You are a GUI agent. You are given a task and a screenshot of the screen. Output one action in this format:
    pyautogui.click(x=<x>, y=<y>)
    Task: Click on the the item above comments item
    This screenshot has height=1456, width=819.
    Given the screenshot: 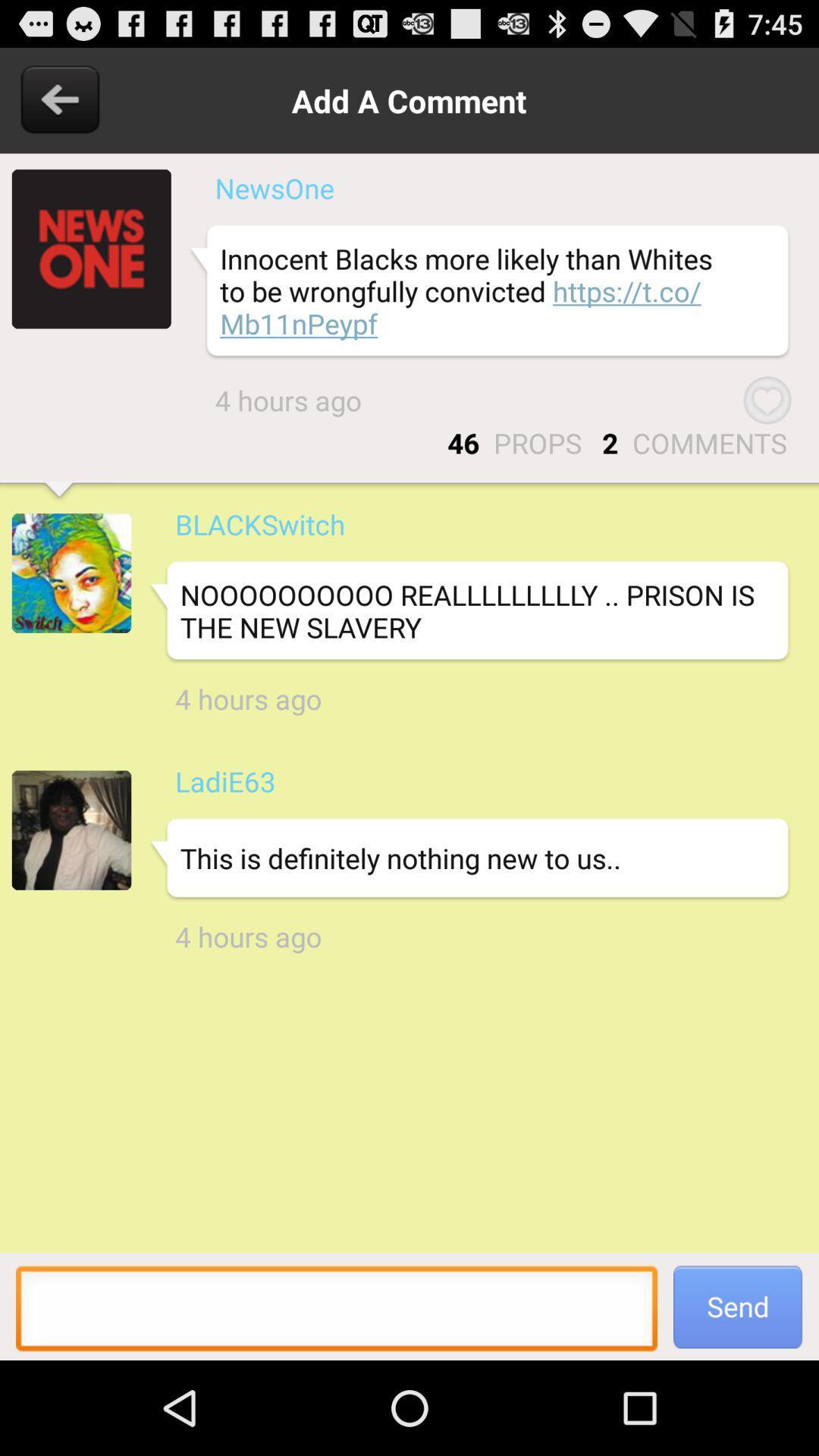 What is the action you would take?
    pyautogui.click(x=767, y=400)
    